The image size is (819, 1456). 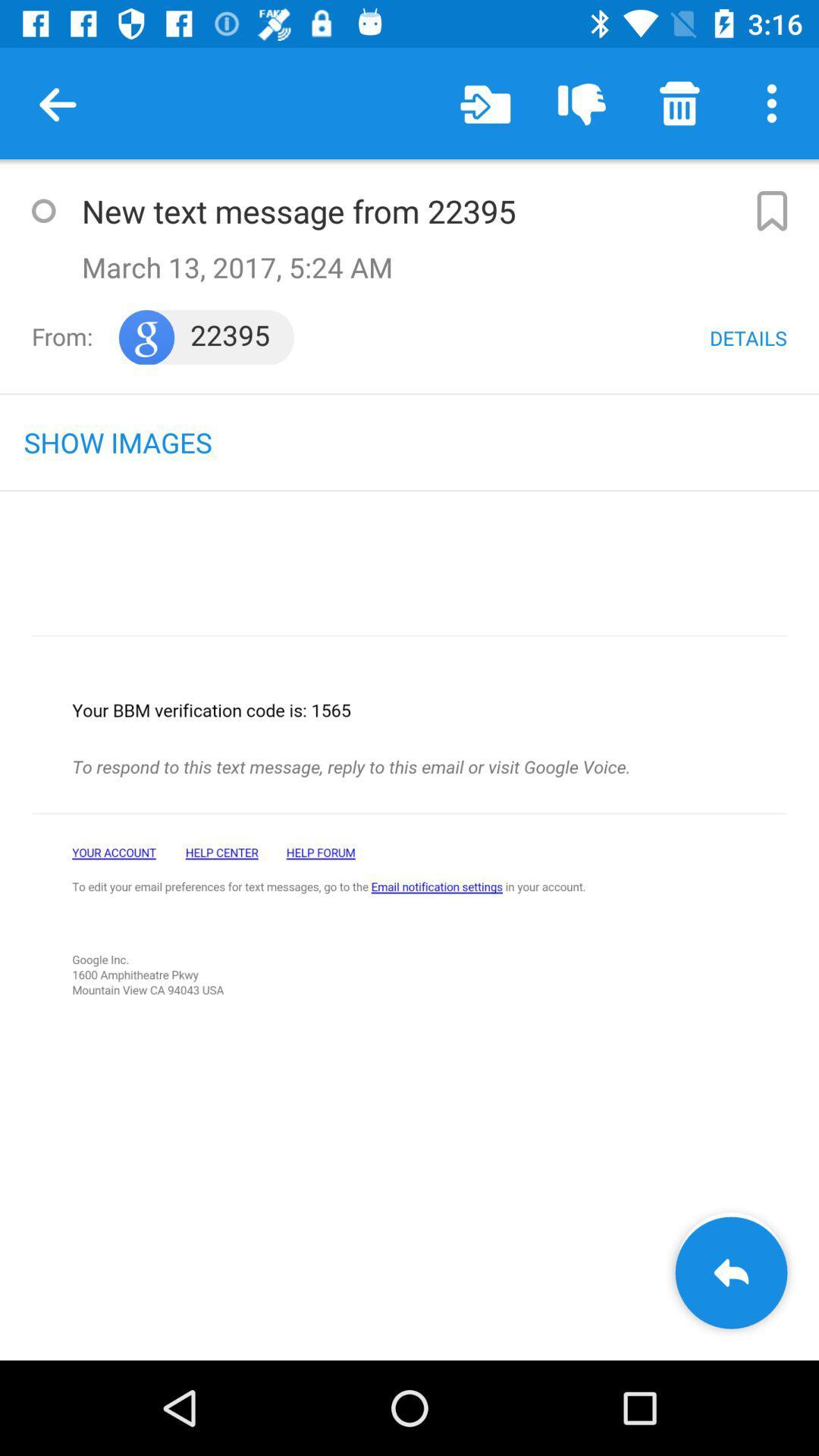 What do you see at coordinates (771, 210) in the screenshot?
I see `bookmark` at bounding box center [771, 210].